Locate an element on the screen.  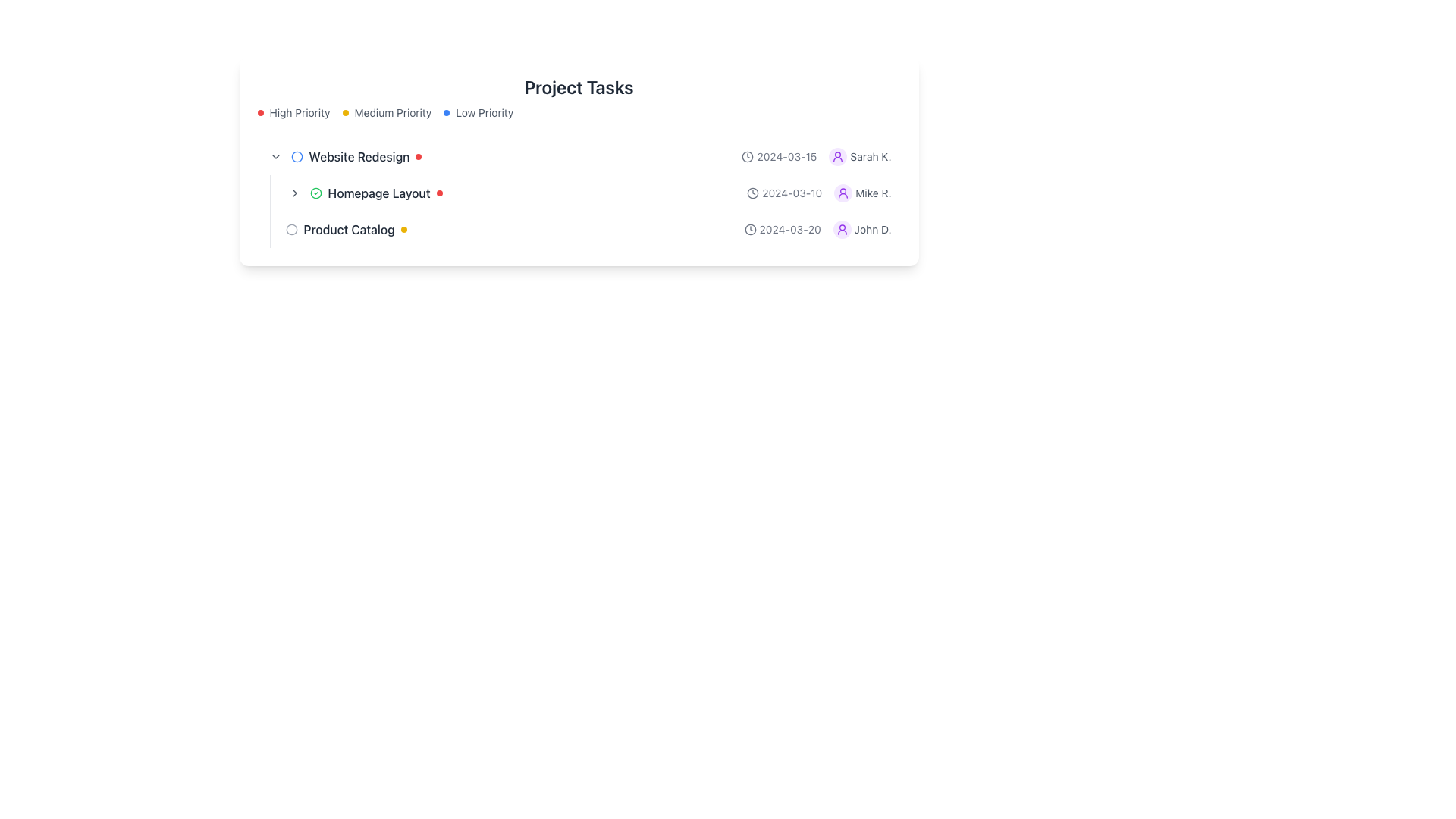
the user avatar icon, which is a small circular icon with a purple color scheme and an outline of a person is located at coordinates (841, 230).